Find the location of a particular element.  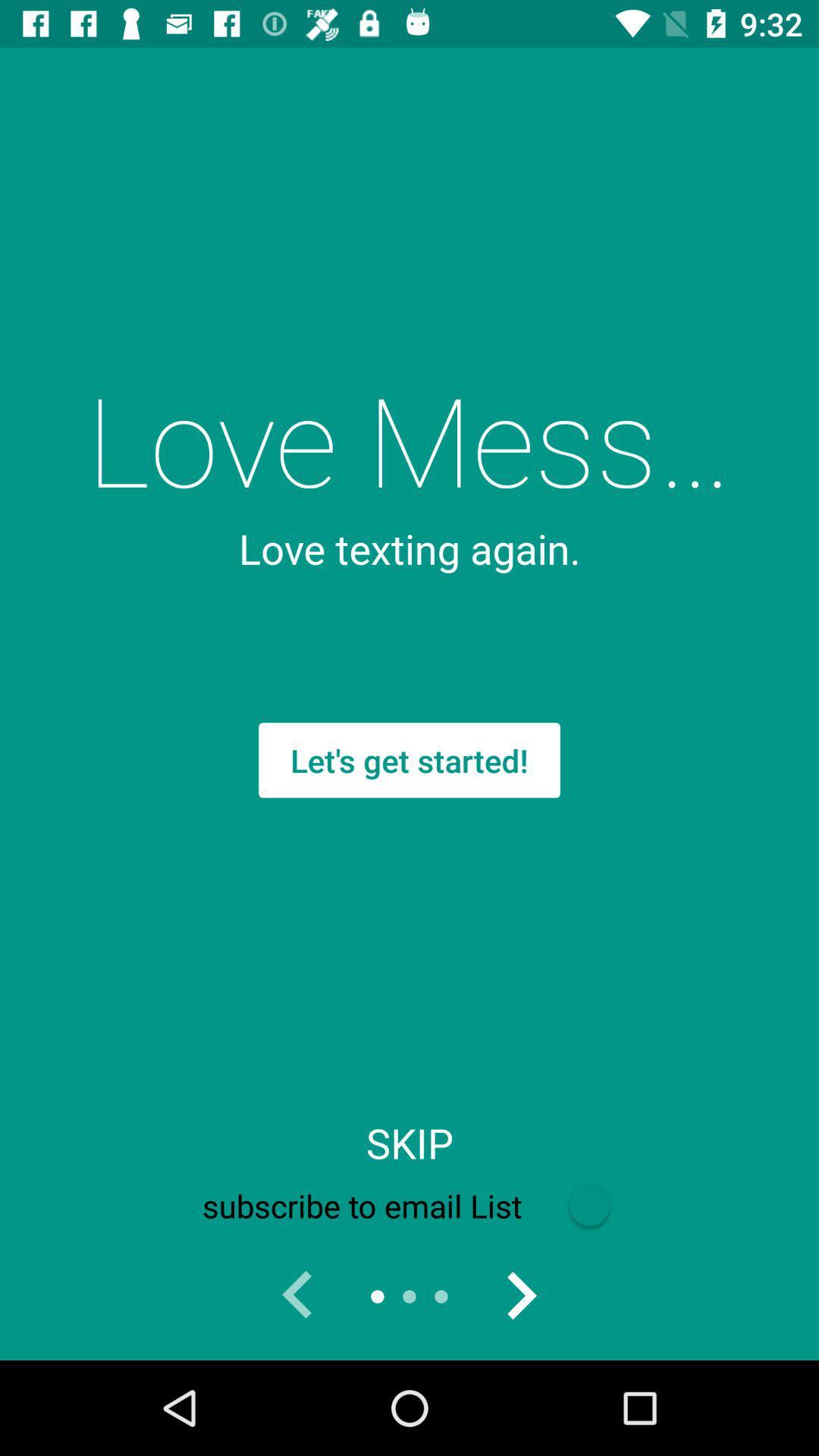

subscribe to email item is located at coordinates (409, 1205).